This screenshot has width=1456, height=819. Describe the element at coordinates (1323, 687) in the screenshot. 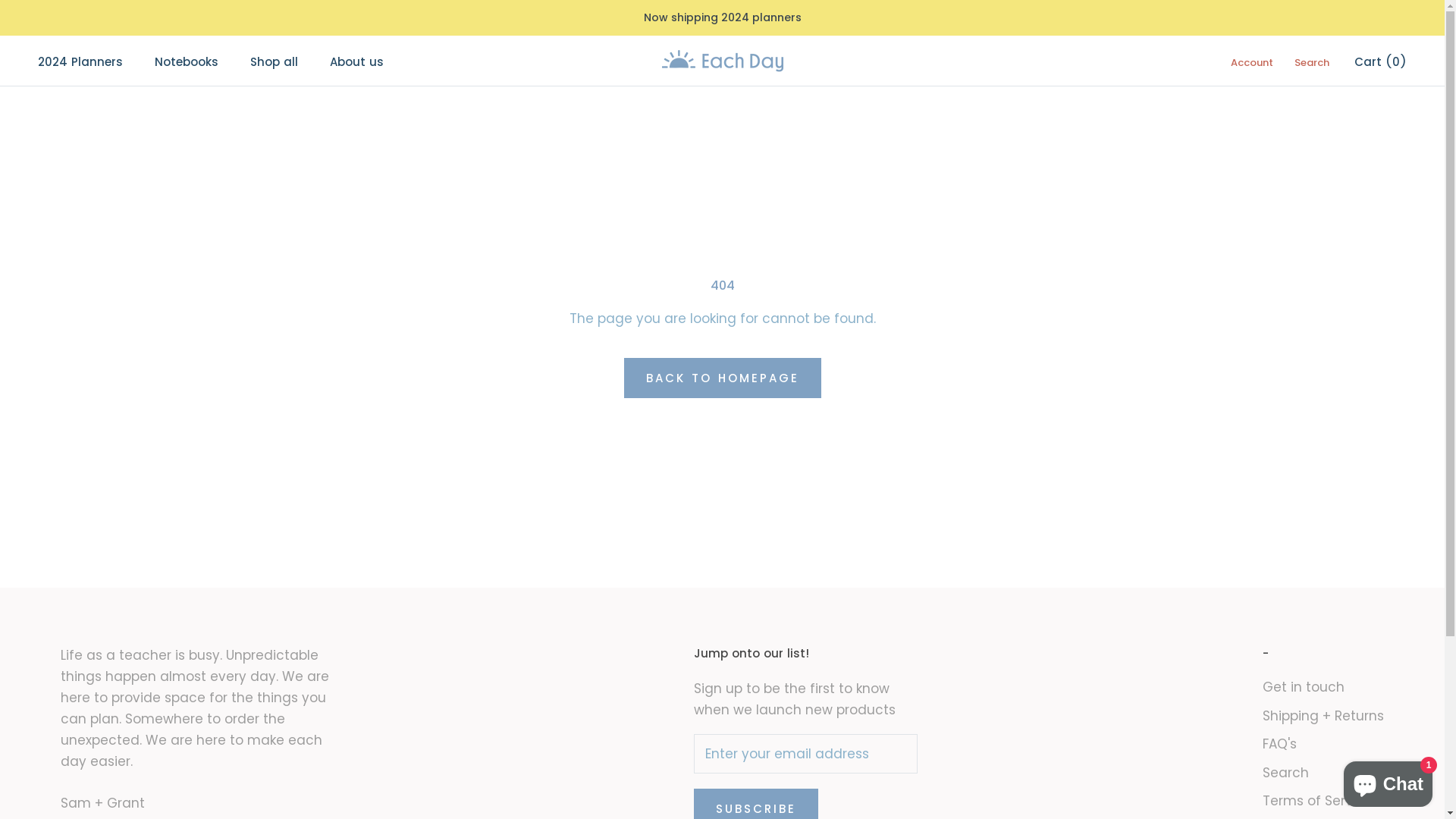

I see `'Get in touch'` at that location.